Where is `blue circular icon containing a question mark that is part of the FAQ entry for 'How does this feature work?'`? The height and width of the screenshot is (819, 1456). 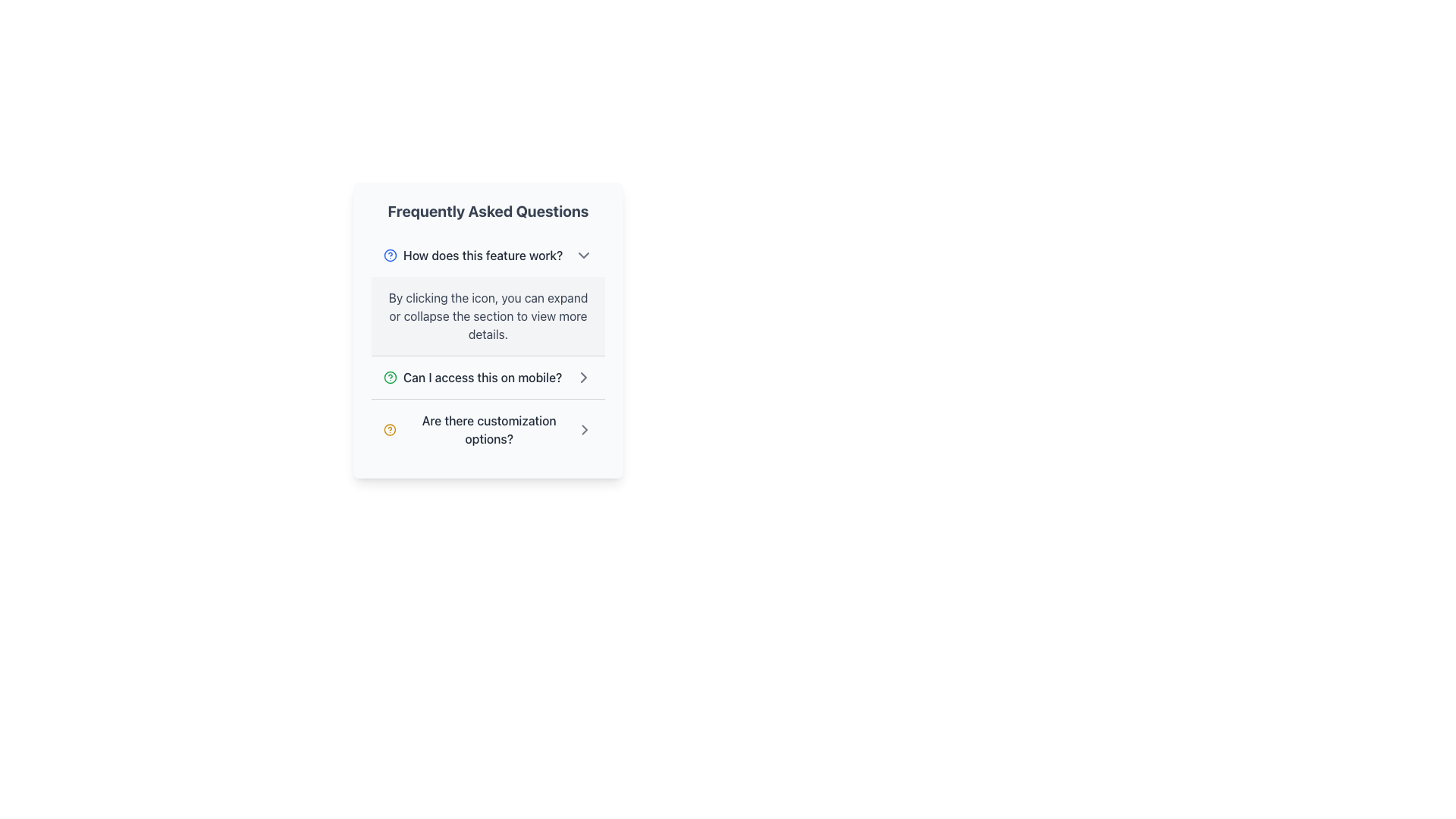
blue circular icon containing a question mark that is part of the FAQ entry for 'How does this feature work?' is located at coordinates (390, 254).